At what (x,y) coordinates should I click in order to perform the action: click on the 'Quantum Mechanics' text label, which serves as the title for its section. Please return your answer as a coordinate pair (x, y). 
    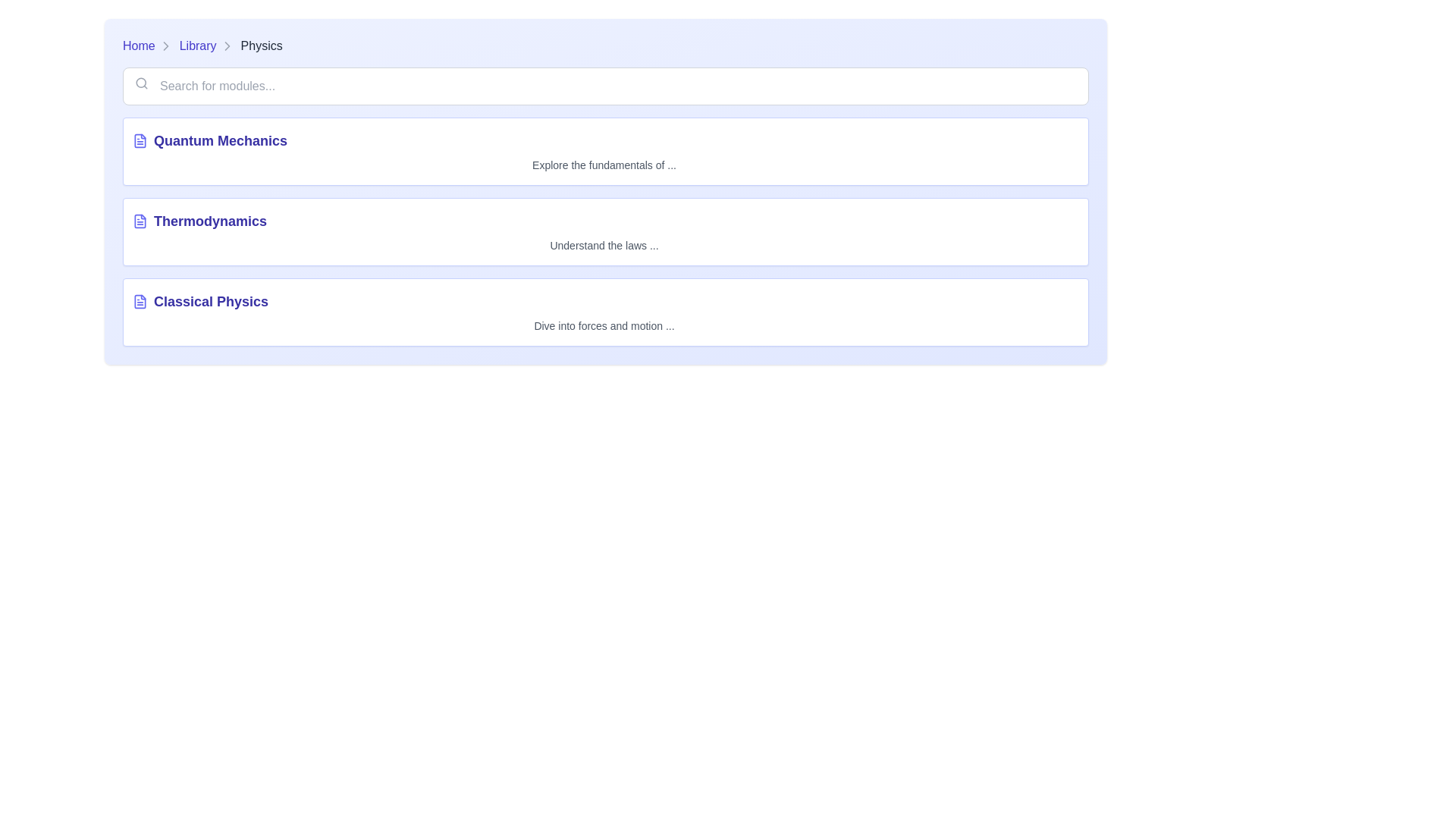
    Looking at the image, I should click on (220, 140).